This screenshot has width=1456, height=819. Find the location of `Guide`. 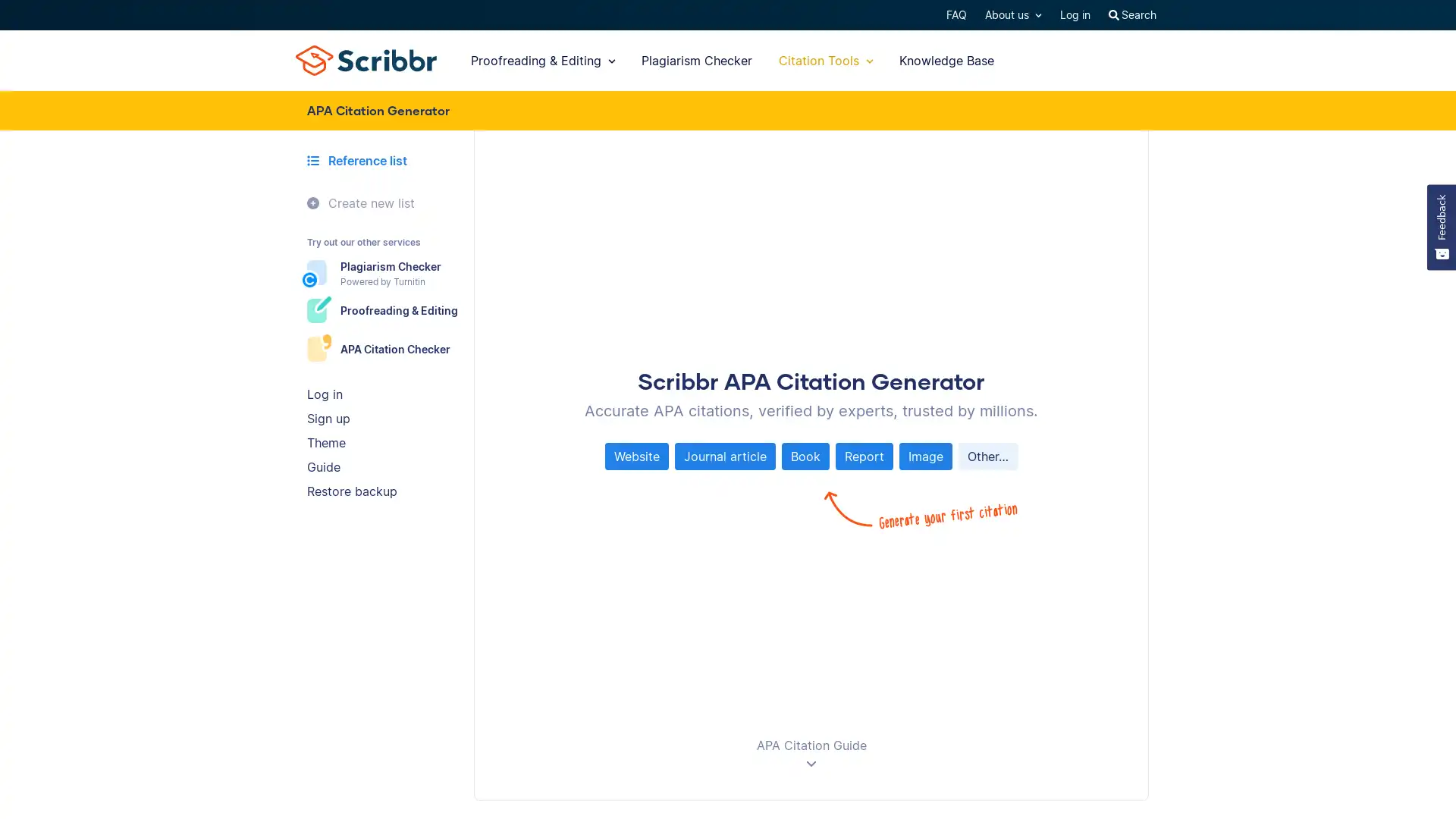

Guide is located at coordinates (385, 465).